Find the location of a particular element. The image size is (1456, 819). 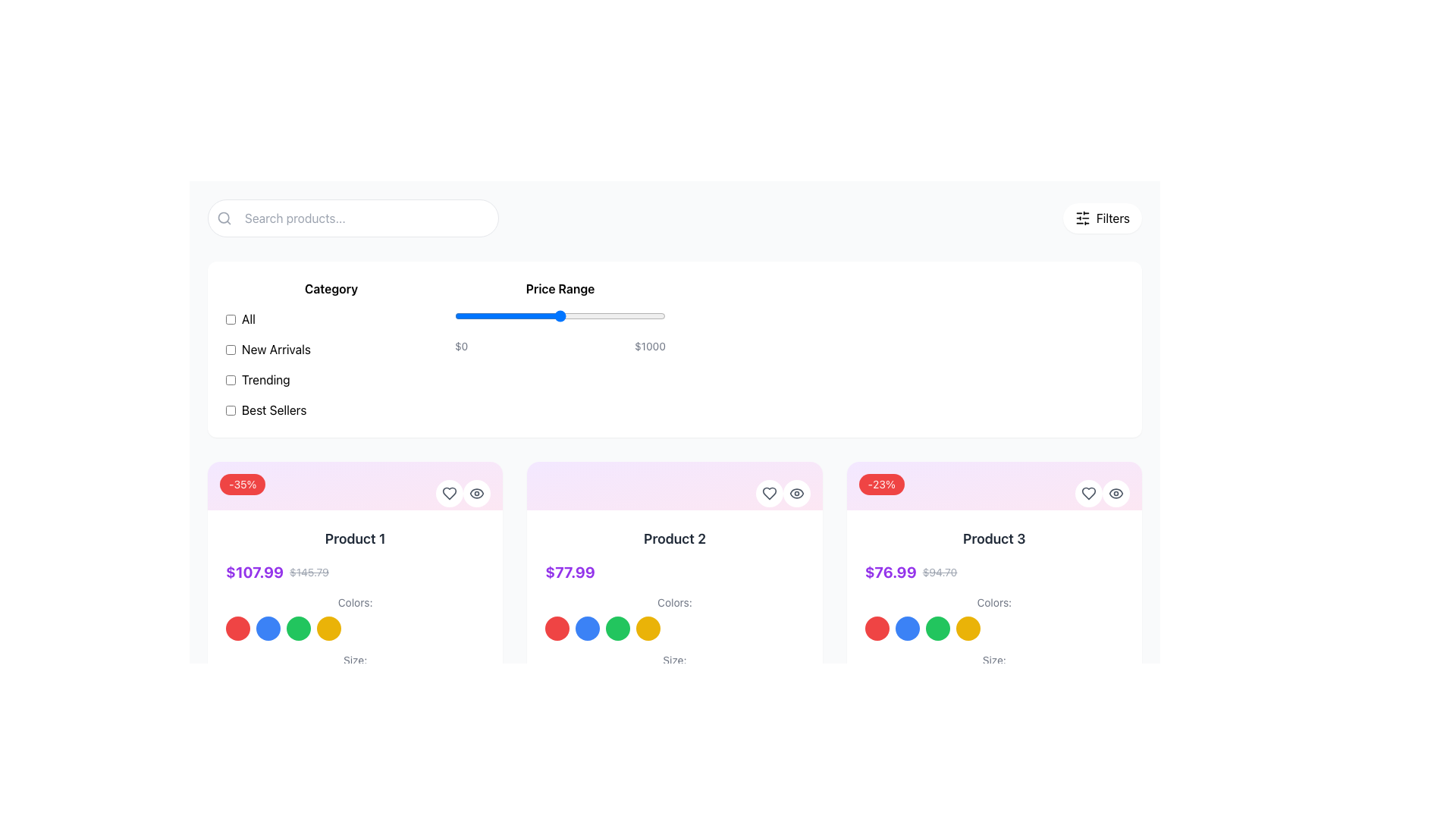

the Icon button located in the top-right corner of the 'Product 2' card is located at coordinates (795, 494).